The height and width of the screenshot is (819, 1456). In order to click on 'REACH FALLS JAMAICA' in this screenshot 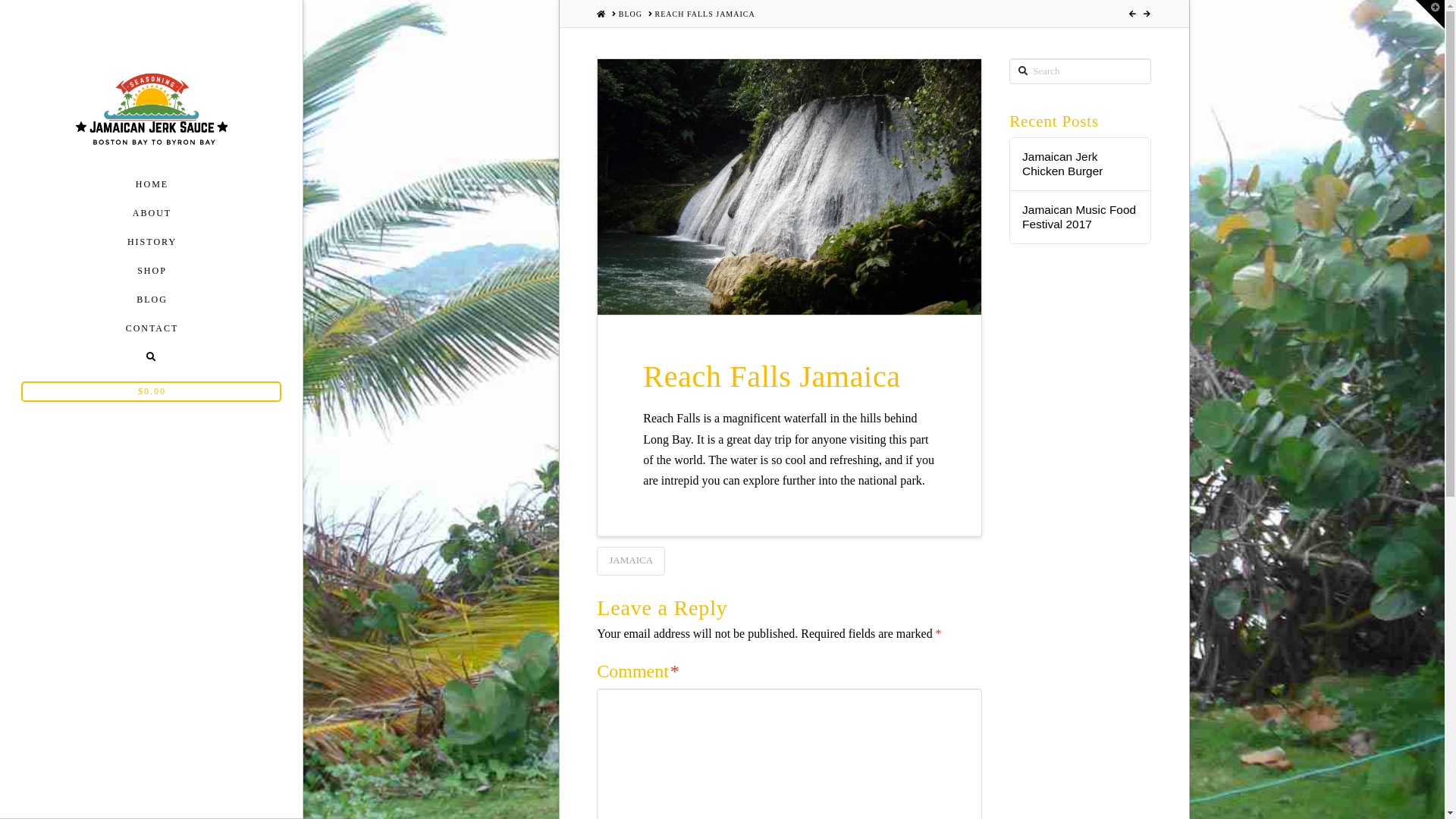, I will do `click(704, 14)`.